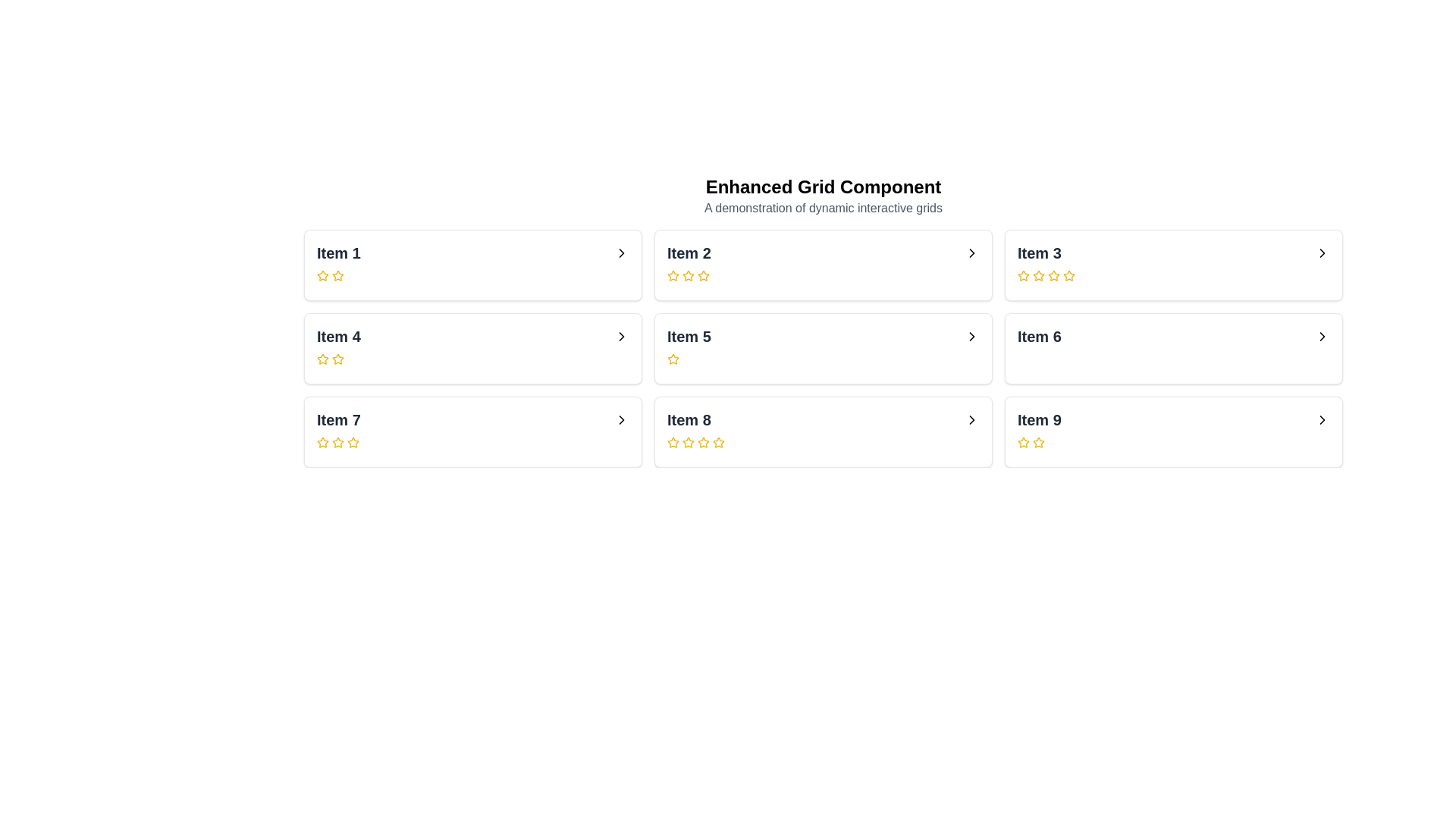  Describe the element at coordinates (1038, 335) in the screenshot. I see `the text label 'Item 6' located in the second column and second row of the grid, which identifies this cell` at that location.